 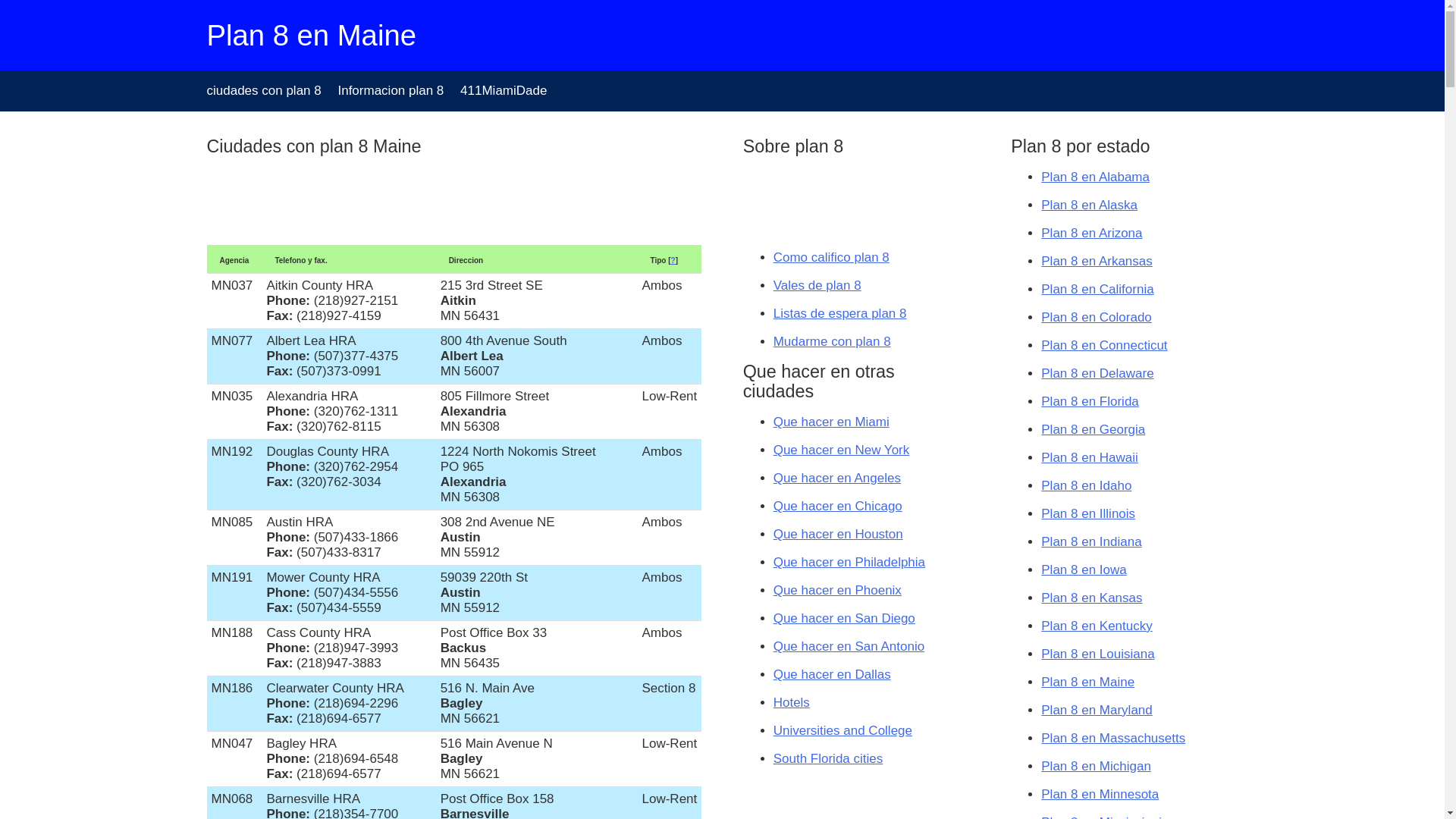 What do you see at coordinates (831, 673) in the screenshot?
I see `'Que hacer en Dallas'` at bounding box center [831, 673].